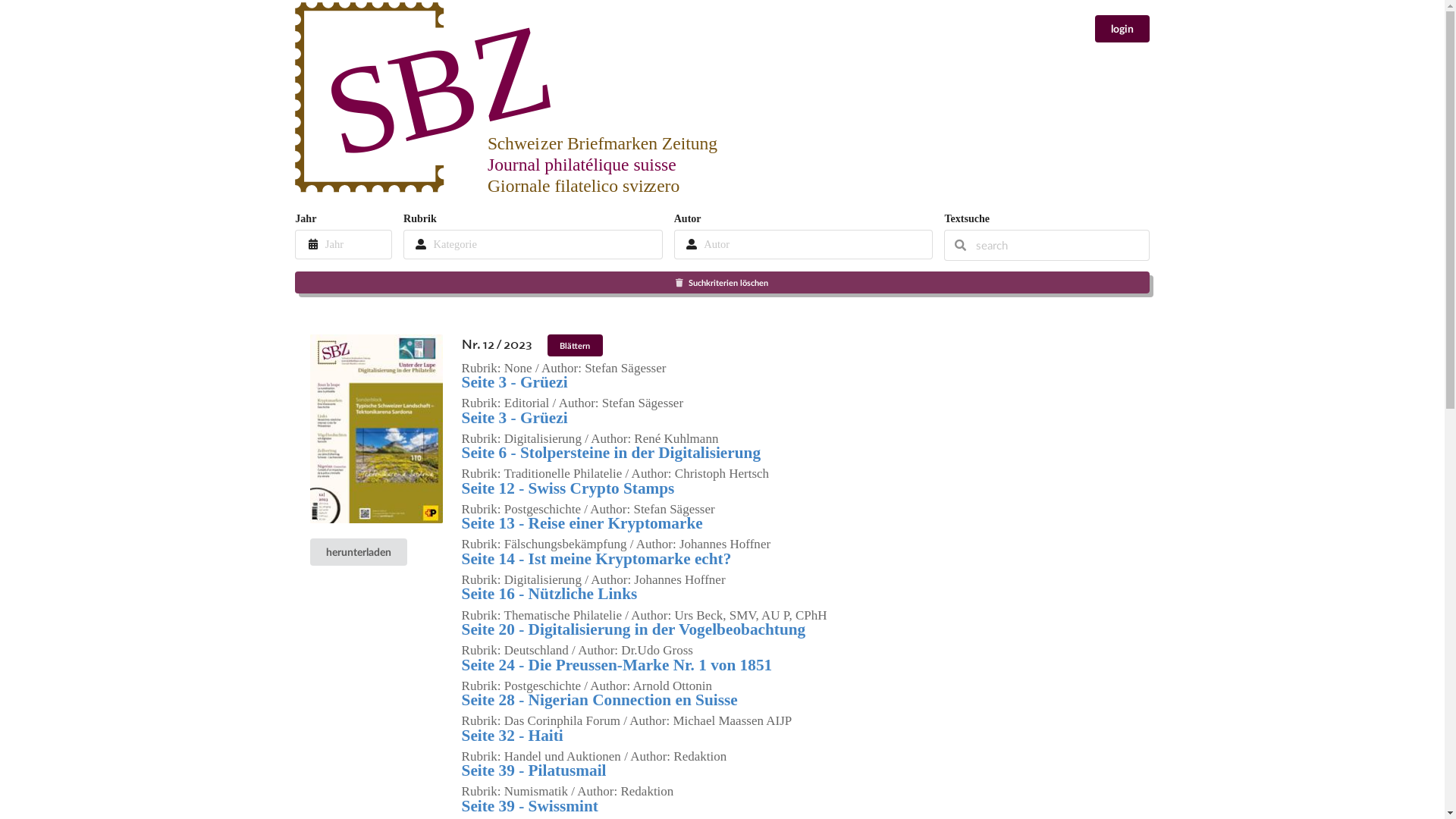  I want to click on 'Seite 6 - Stolpersteine in der Digitalisierung', so click(611, 452).